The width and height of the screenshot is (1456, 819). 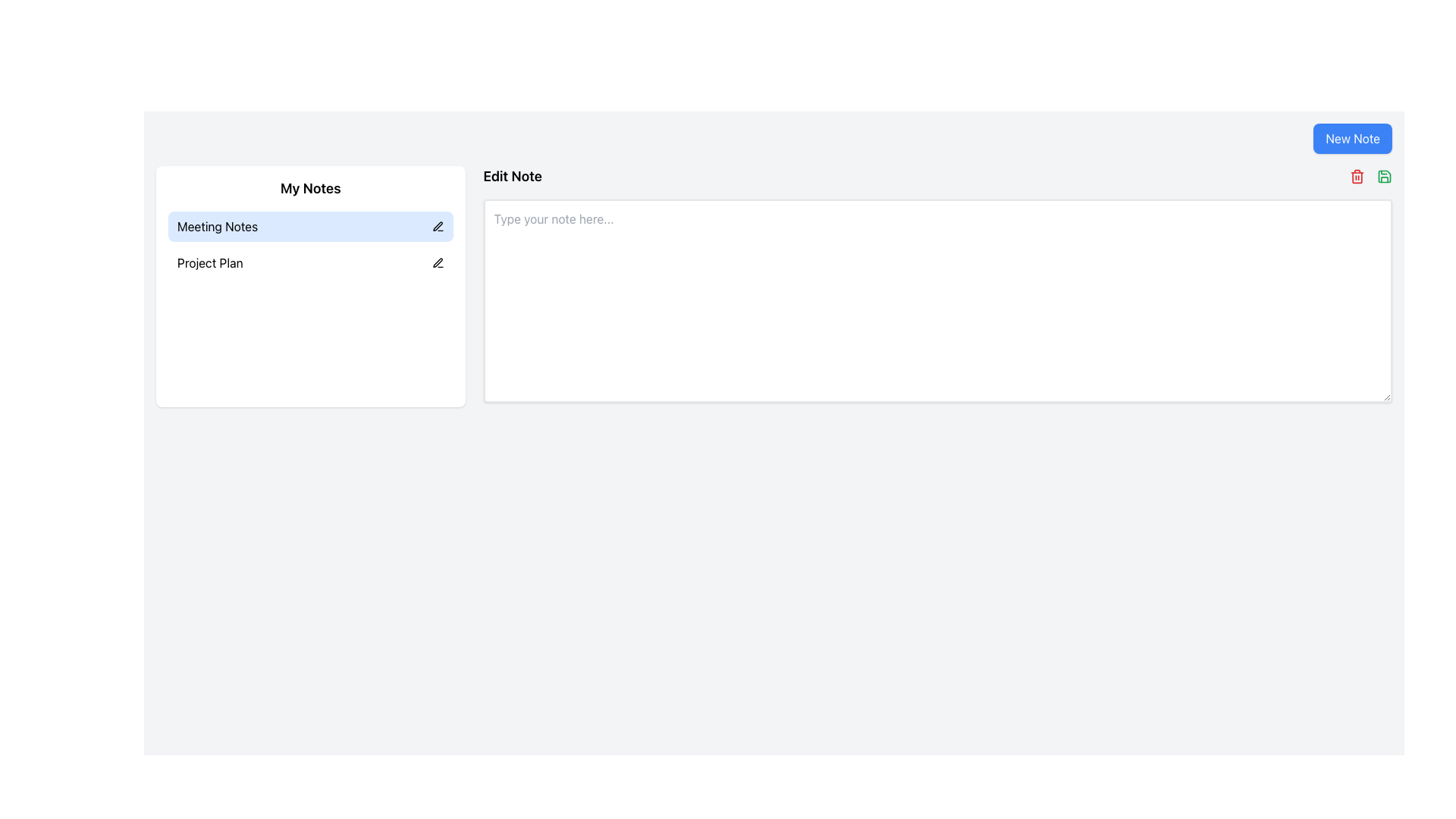 I want to click on the text label for the note item titled 'My Notes', so click(x=217, y=227).